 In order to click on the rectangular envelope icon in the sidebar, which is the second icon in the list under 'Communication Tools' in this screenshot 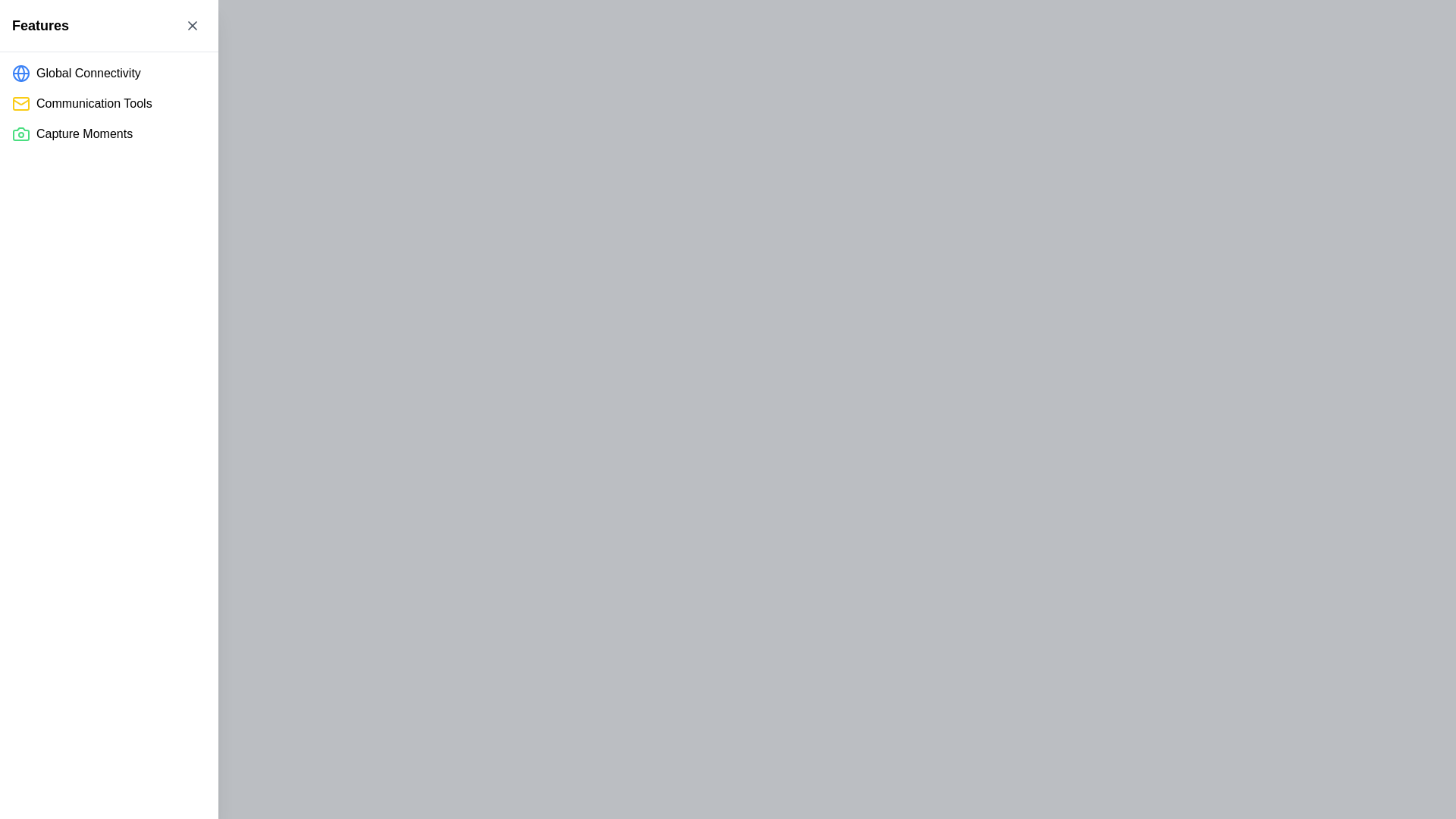, I will do `click(21, 103)`.